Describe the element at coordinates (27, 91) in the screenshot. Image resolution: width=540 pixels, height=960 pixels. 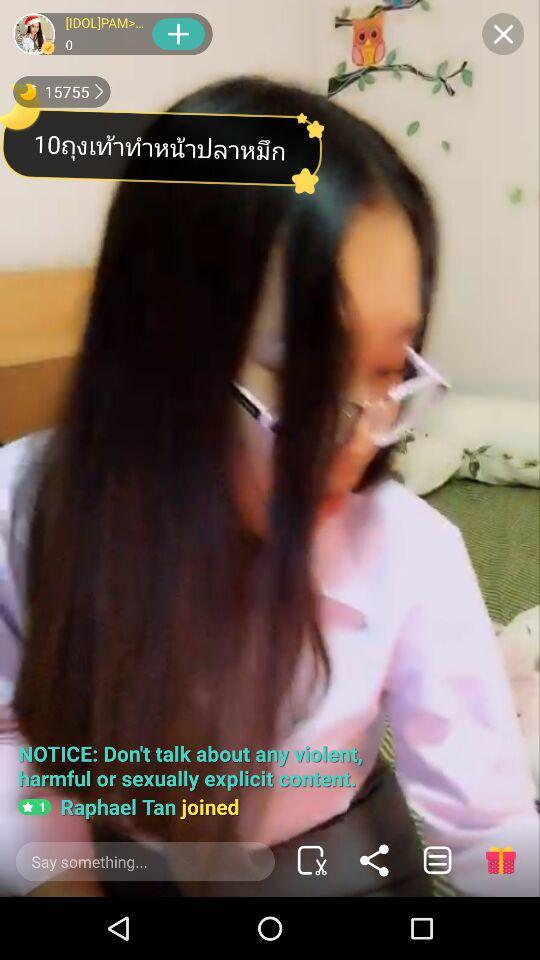
I see `the icon left to 15755` at that location.